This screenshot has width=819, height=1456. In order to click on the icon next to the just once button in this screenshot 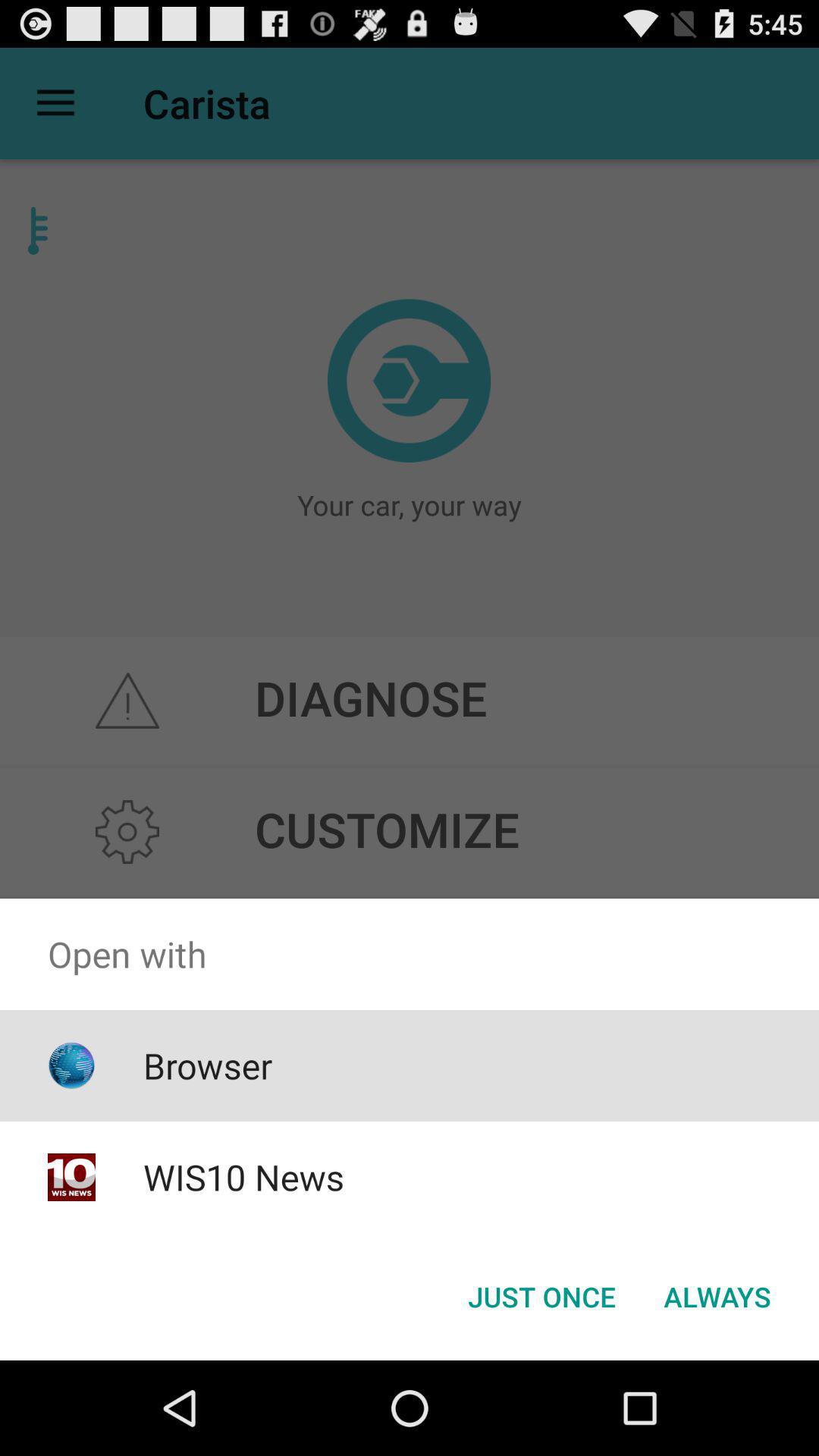, I will do `click(717, 1295)`.